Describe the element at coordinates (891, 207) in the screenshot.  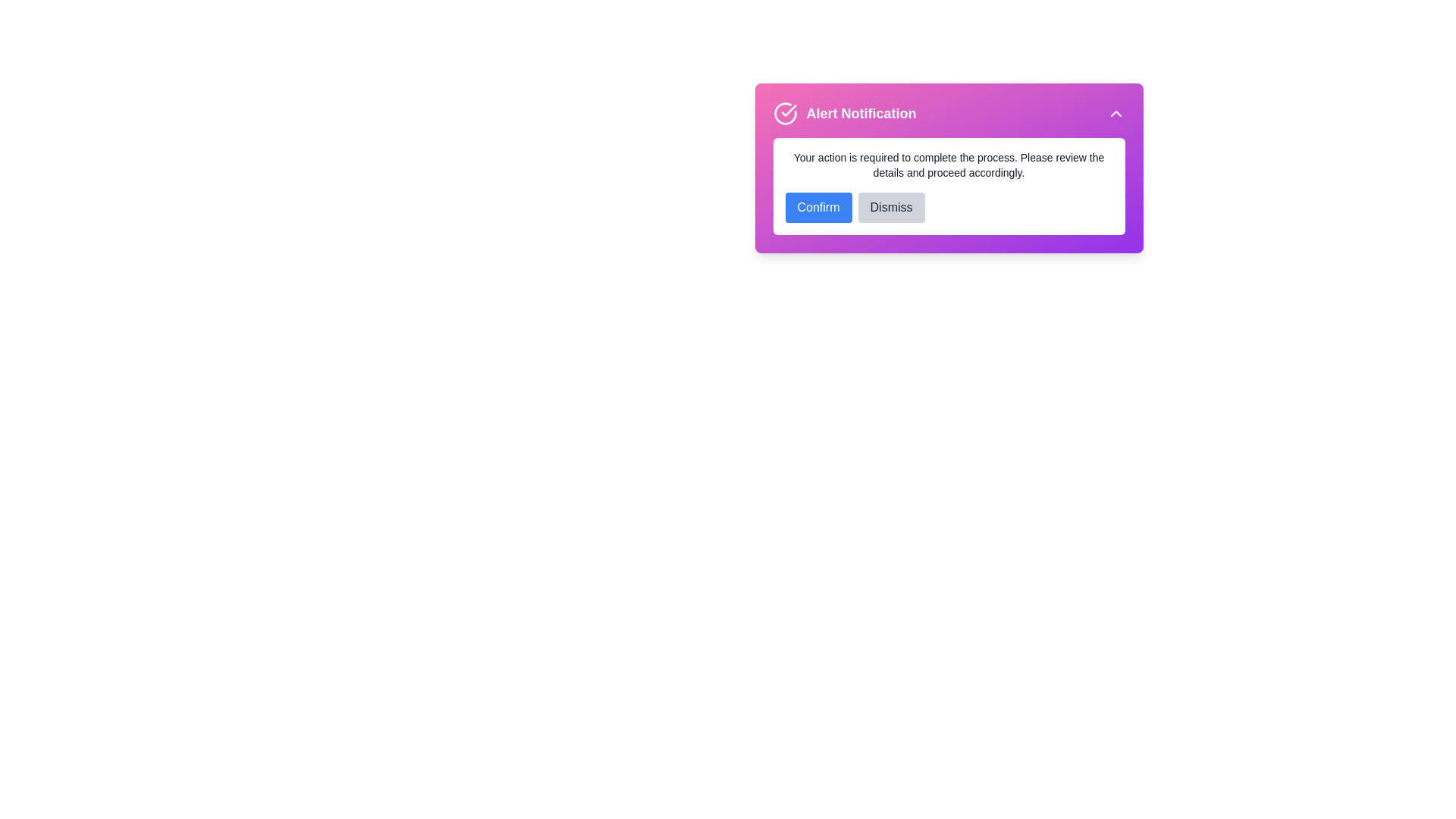
I see `the dismiss button to close the alert notification` at that location.